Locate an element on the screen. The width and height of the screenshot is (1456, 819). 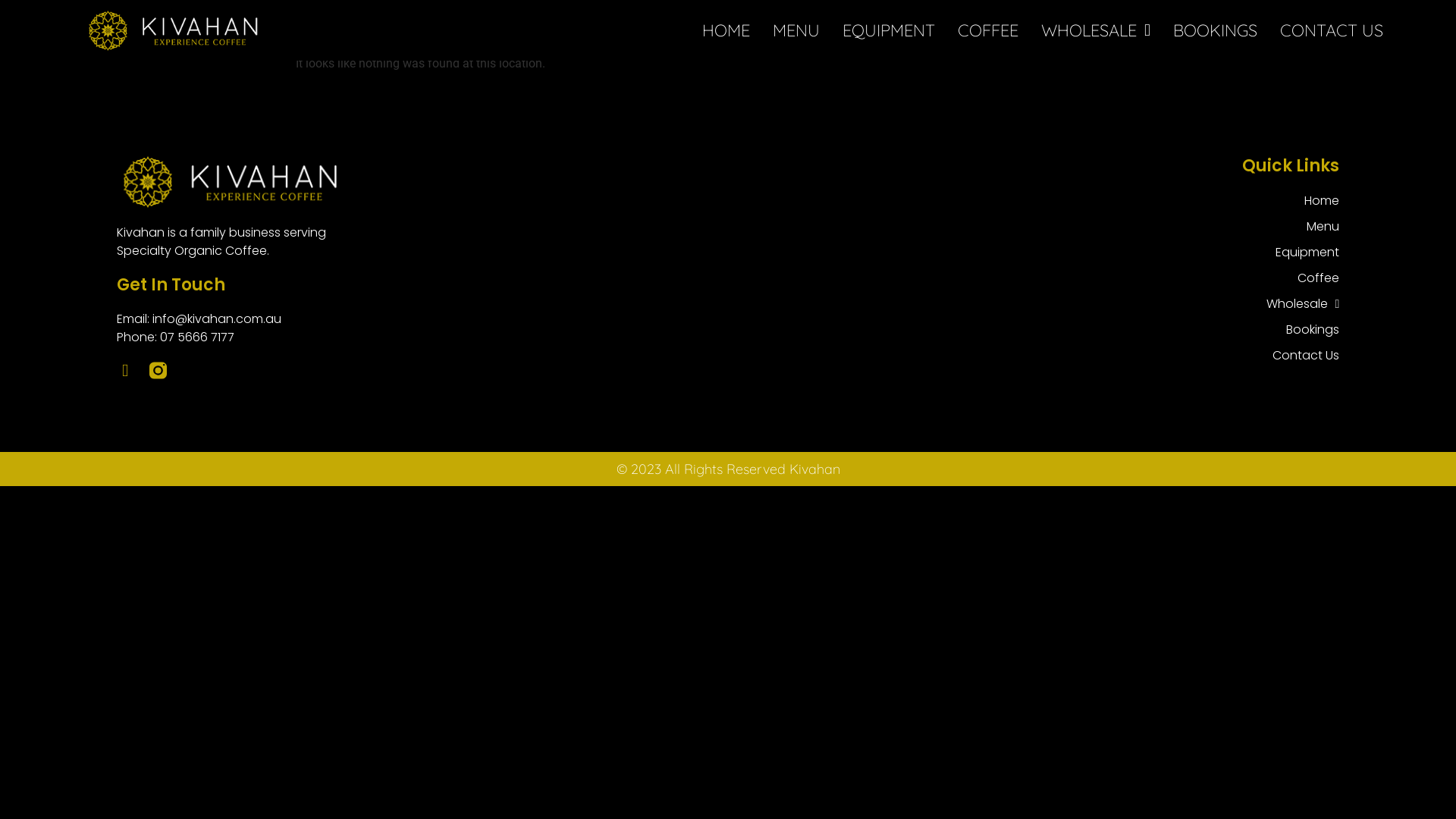
'CONTACT US' is located at coordinates (1331, 30).